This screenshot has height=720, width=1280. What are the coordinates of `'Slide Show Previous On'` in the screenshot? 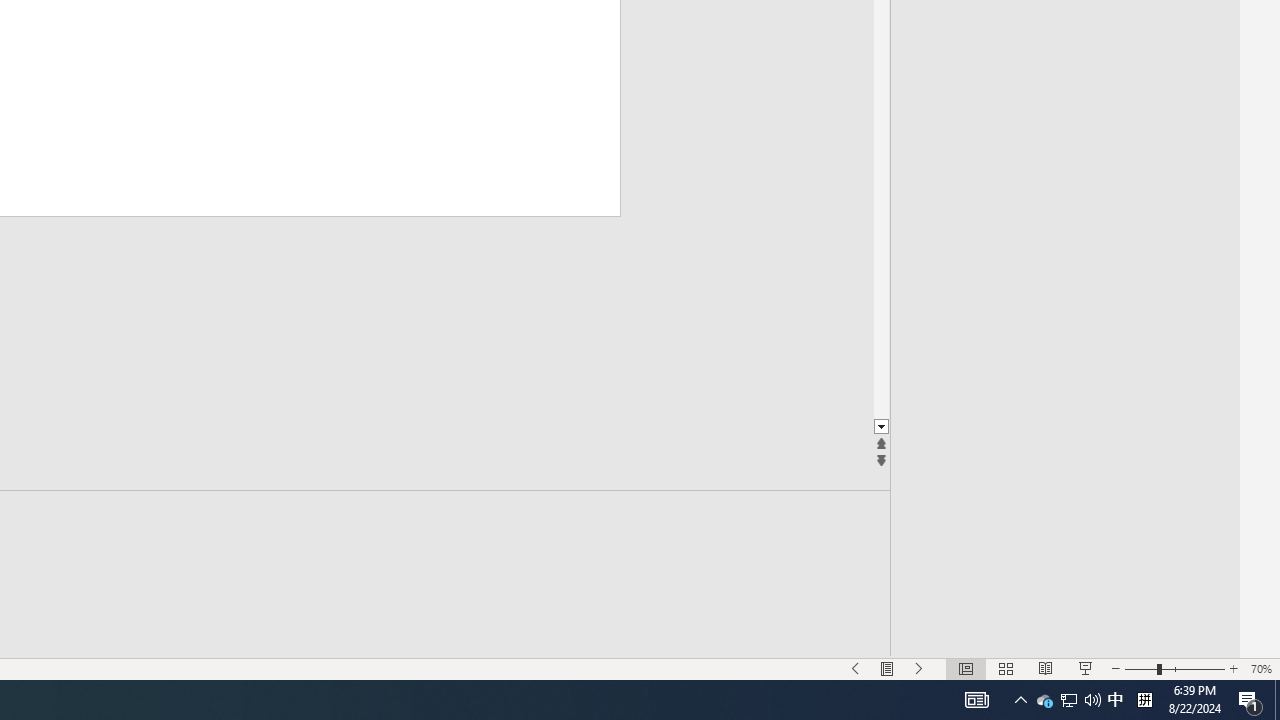 It's located at (855, 669).